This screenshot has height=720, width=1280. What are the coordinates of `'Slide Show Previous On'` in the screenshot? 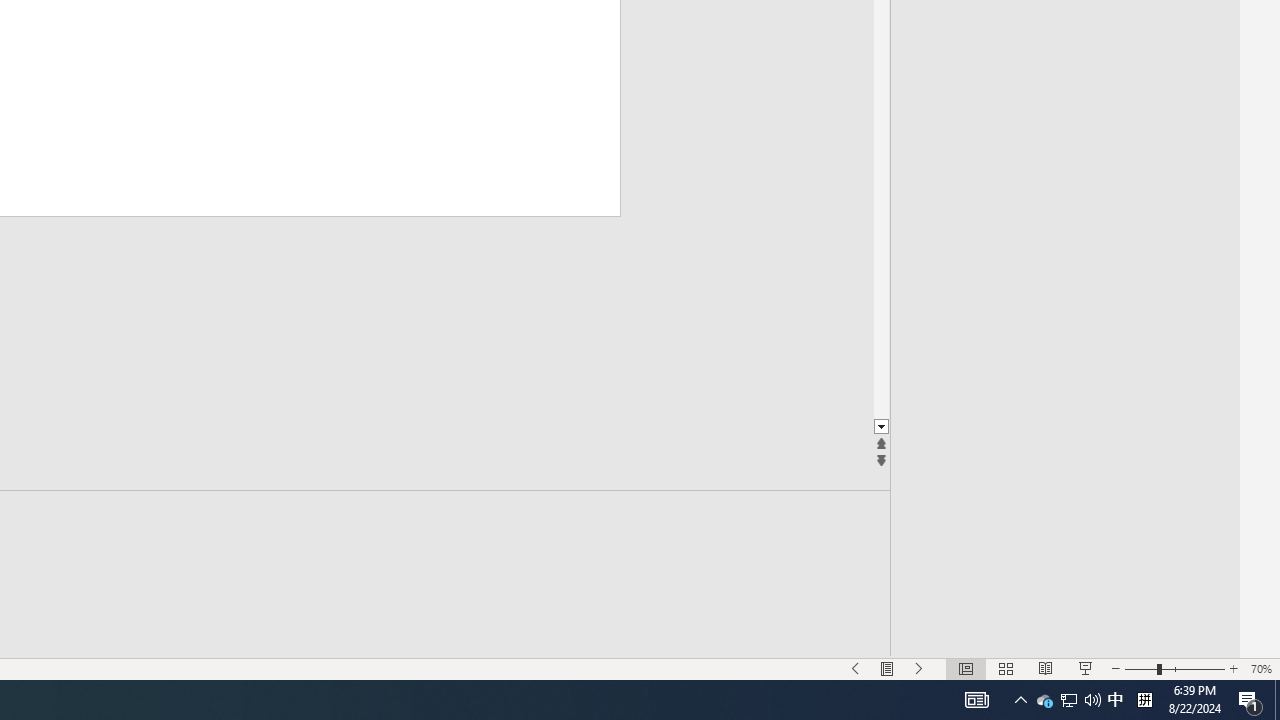 It's located at (855, 669).